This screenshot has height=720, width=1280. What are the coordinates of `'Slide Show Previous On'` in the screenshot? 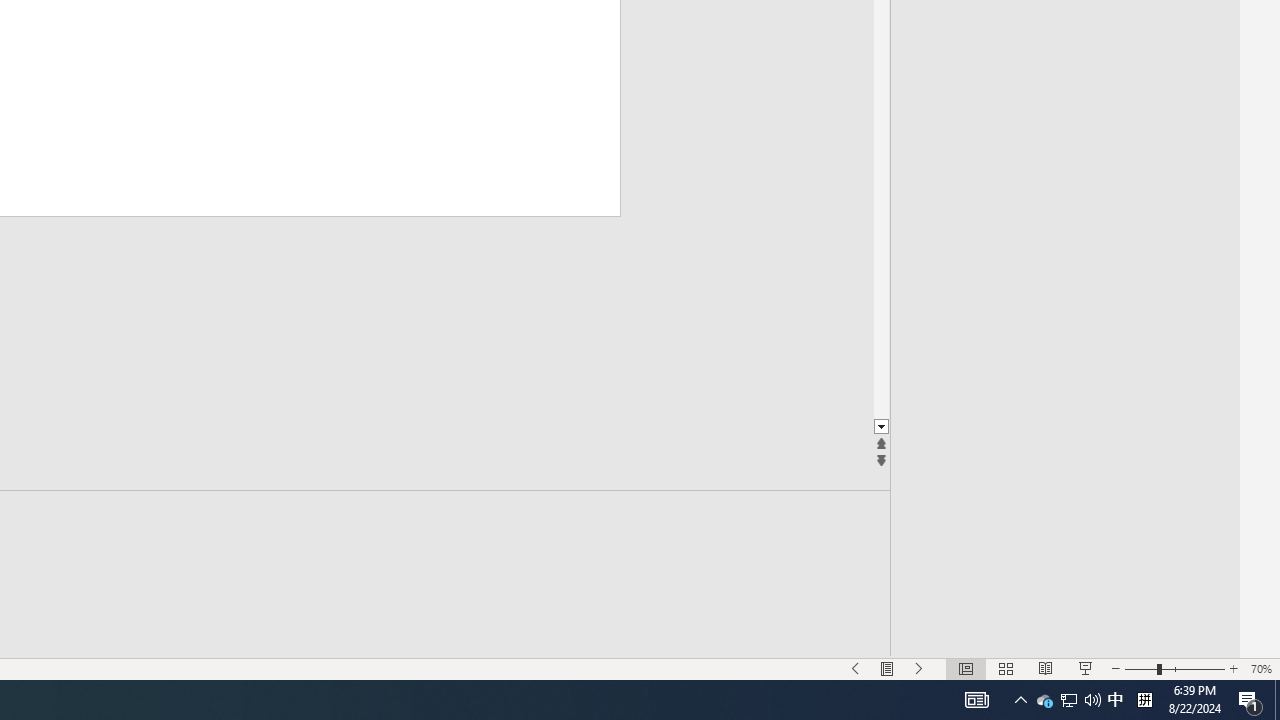 It's located at (855, 669).